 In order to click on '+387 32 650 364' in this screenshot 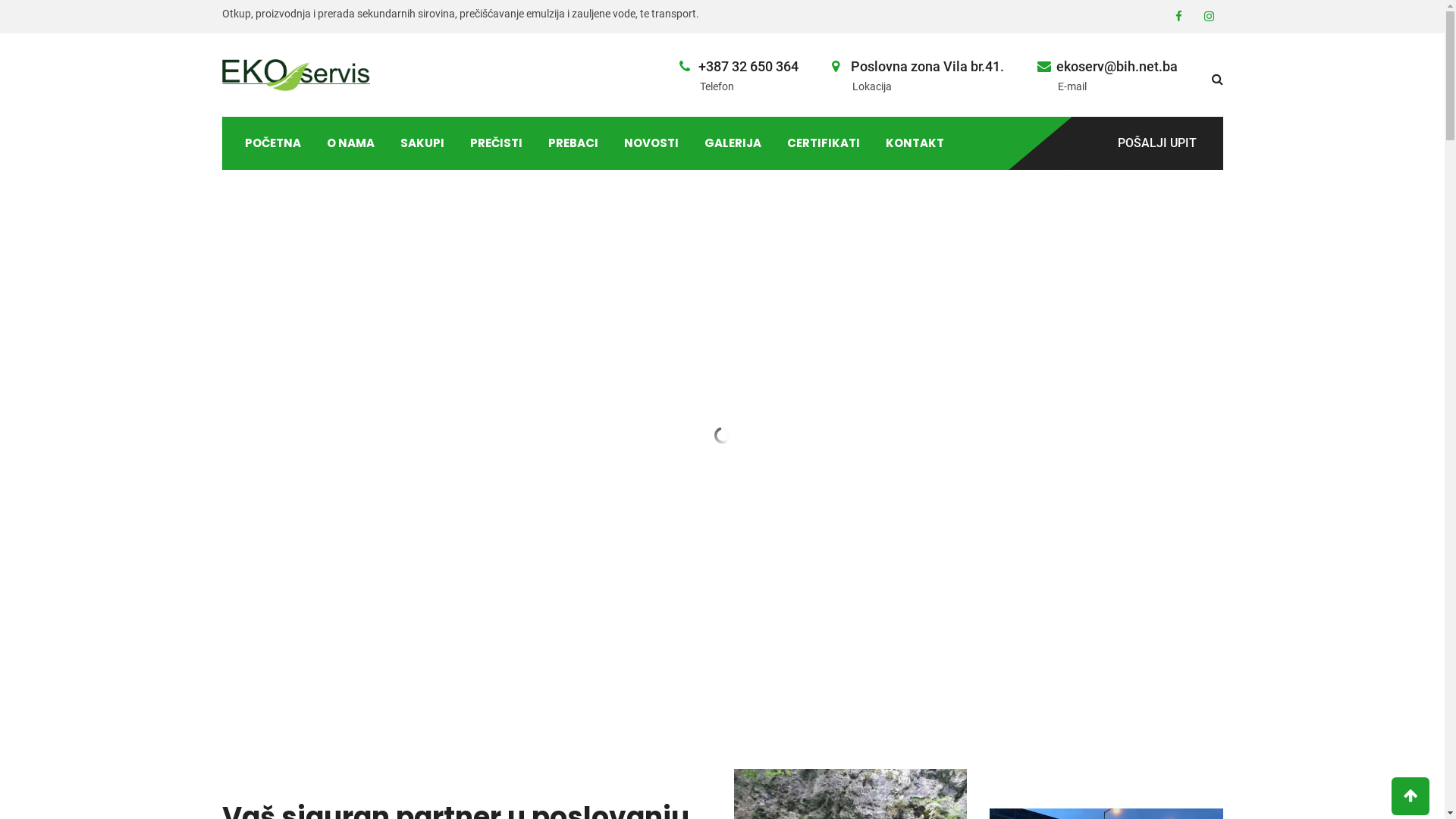, I will do `click(747, 65)`.